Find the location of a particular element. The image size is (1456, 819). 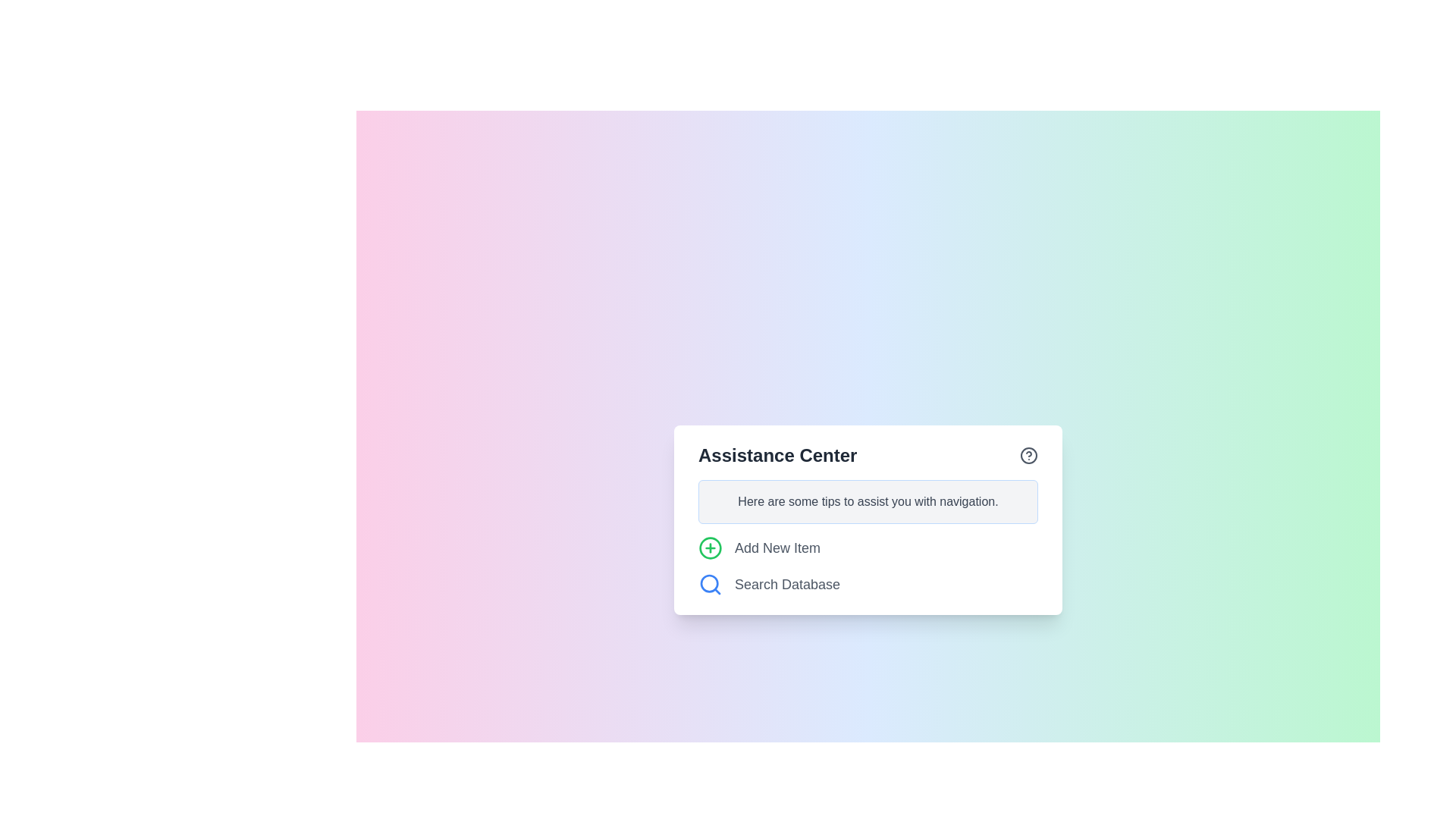

the static text label located in the lower right section of the card-like component, positioned to the right of the blue circular search icon is located at coordinates (787, 584).